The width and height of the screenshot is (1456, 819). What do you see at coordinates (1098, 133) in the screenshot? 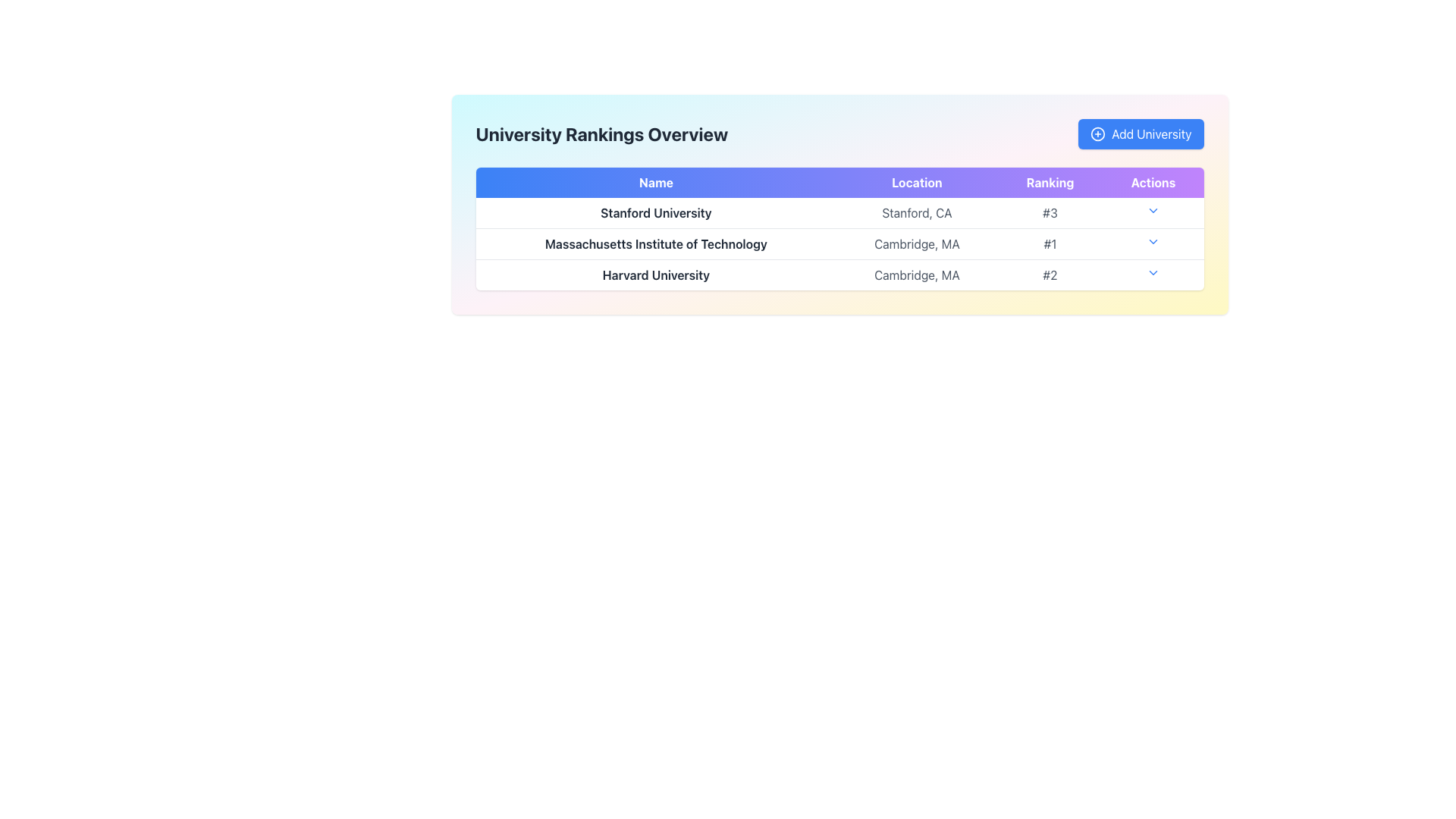
I see `the circular icon with a plus sign (+) in the center of the 'Add University' button, which is styled in white on a blue background` at bounding box center [1098, 133].